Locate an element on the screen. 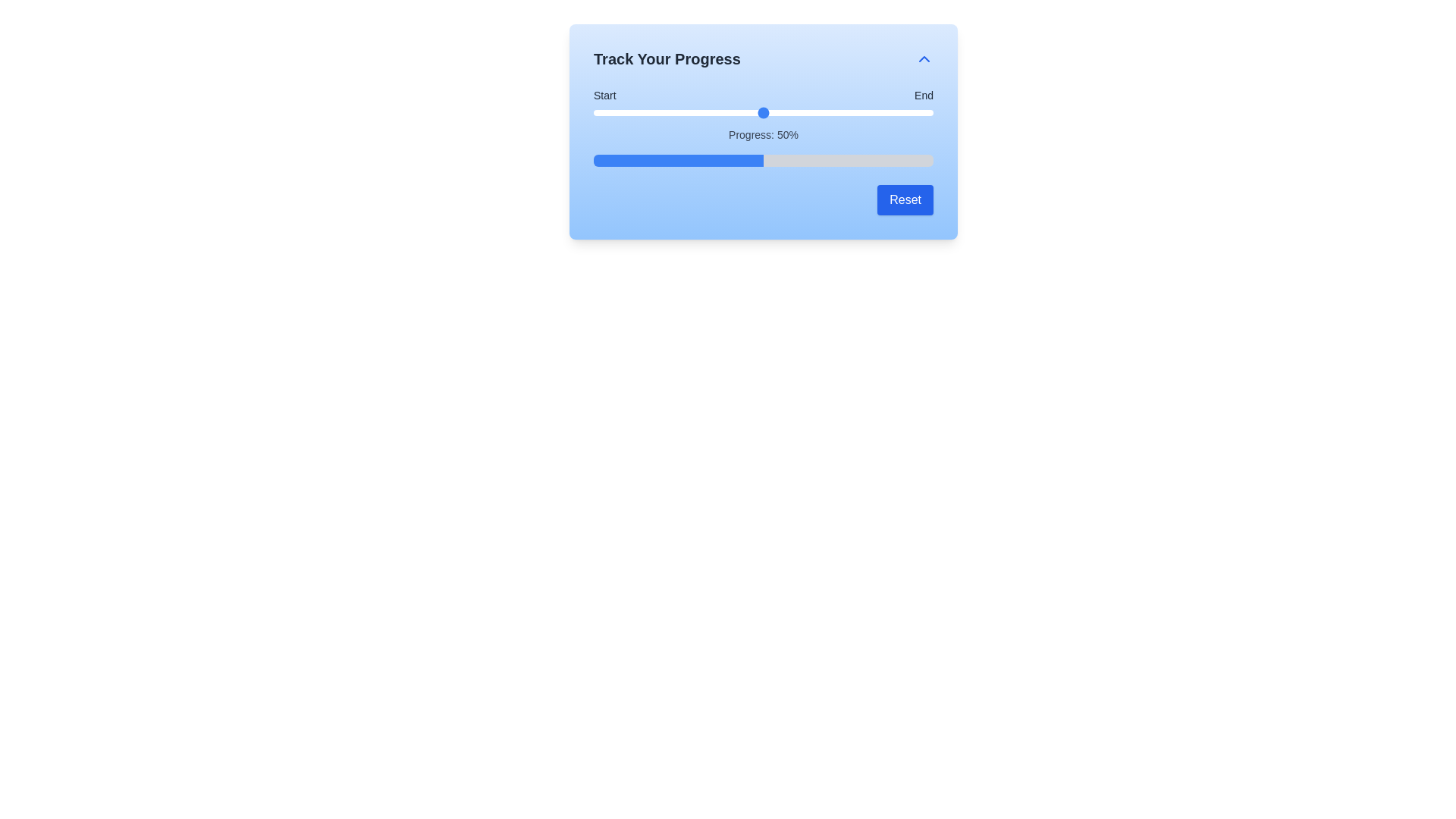 Image resolution: width=1456 pixels, height=819 pixels. the slider element to focus it for keyboard interaction is located at coordinates (764, 112).